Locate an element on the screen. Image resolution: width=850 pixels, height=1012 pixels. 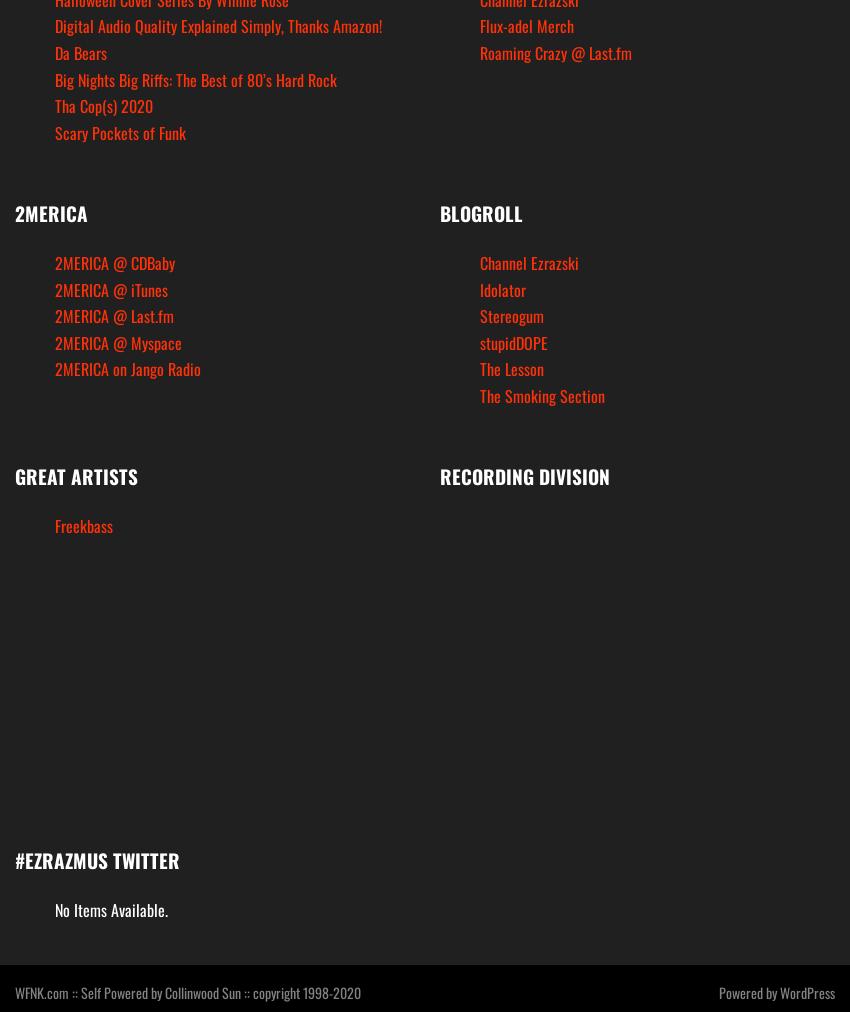
'2MERICA @ CDBaby' is located at coordinates (54, 262).